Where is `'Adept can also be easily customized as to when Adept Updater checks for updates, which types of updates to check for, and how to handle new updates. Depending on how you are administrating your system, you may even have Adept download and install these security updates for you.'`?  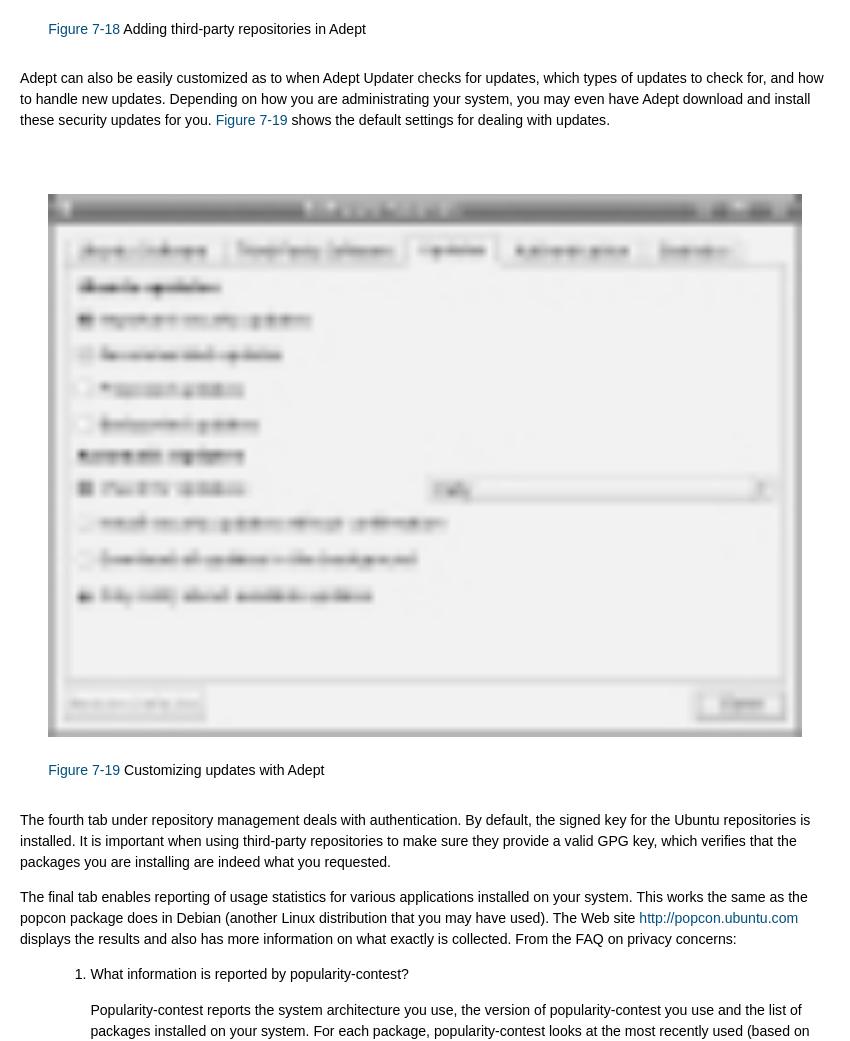
'Adept can also be easily customized as to when Adept Updater checks for updates, which types of updates to check for, and how to handle new updates. Depending on how you are administrating your system, you may even have Adept download and install these security updates for you.' is located at coordinates (421, 97).